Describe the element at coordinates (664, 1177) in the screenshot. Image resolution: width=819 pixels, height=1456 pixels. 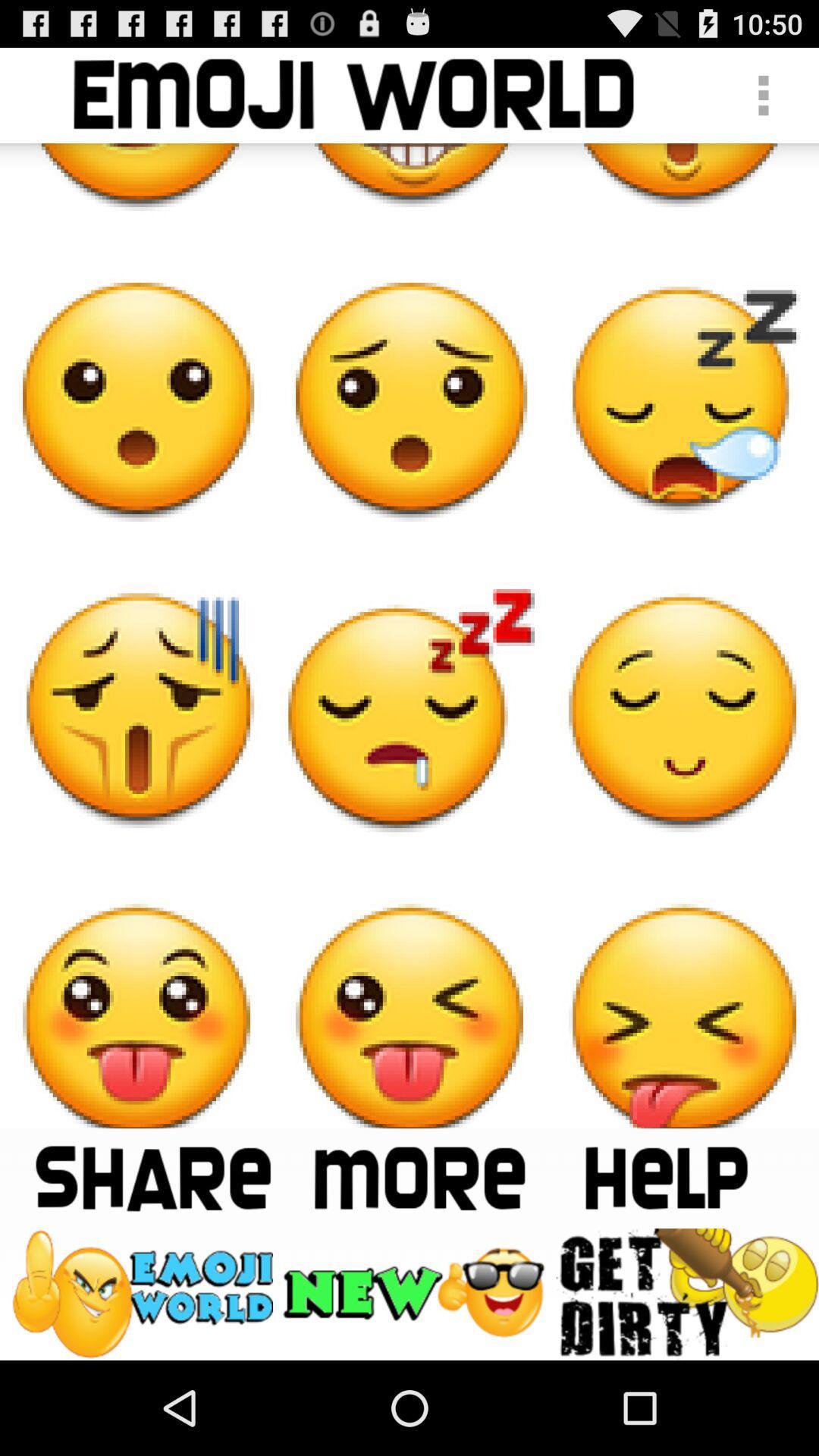
I see `get help` at that location.